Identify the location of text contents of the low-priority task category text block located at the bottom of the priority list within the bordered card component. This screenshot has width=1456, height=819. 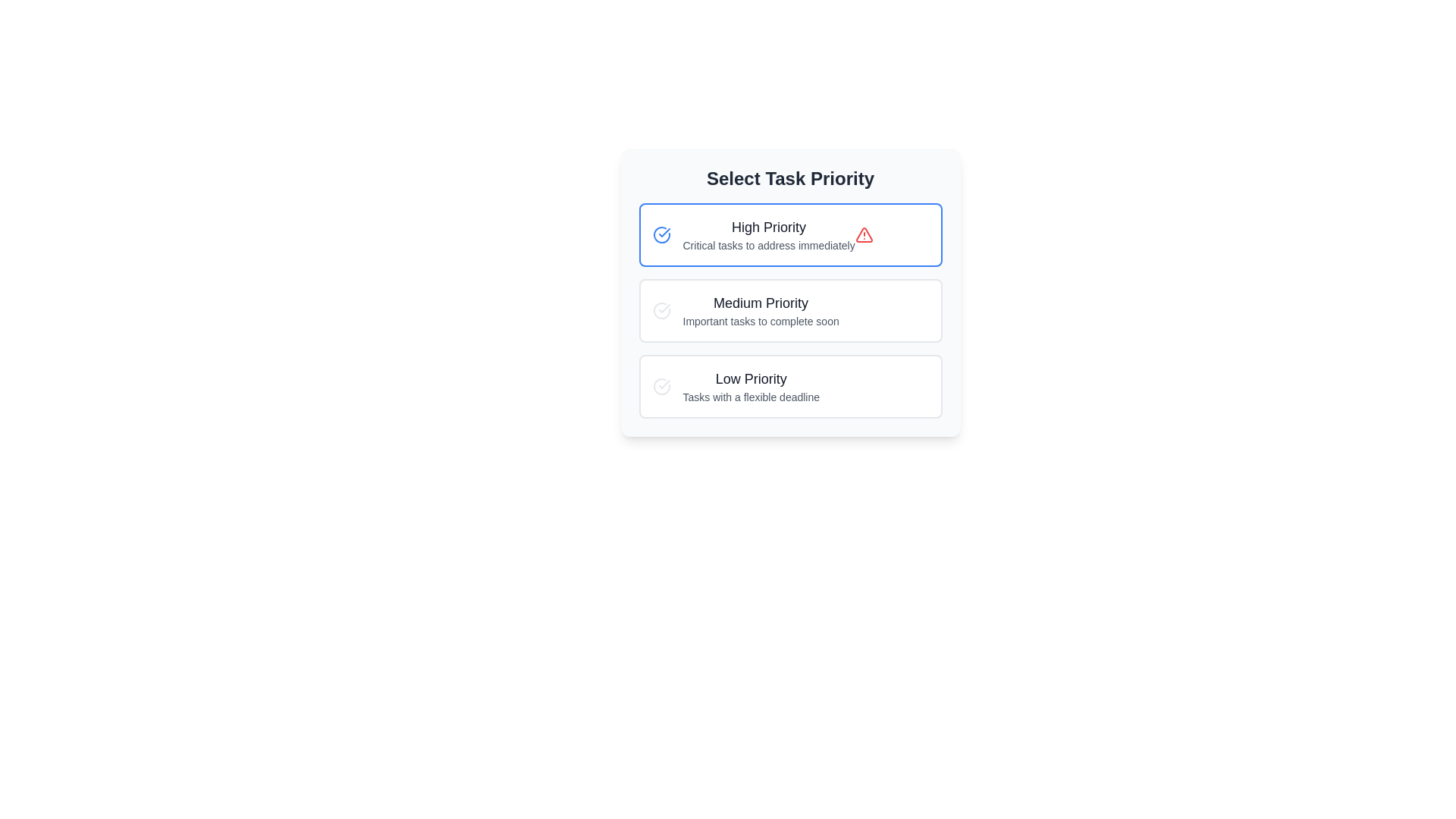
(751, 385).